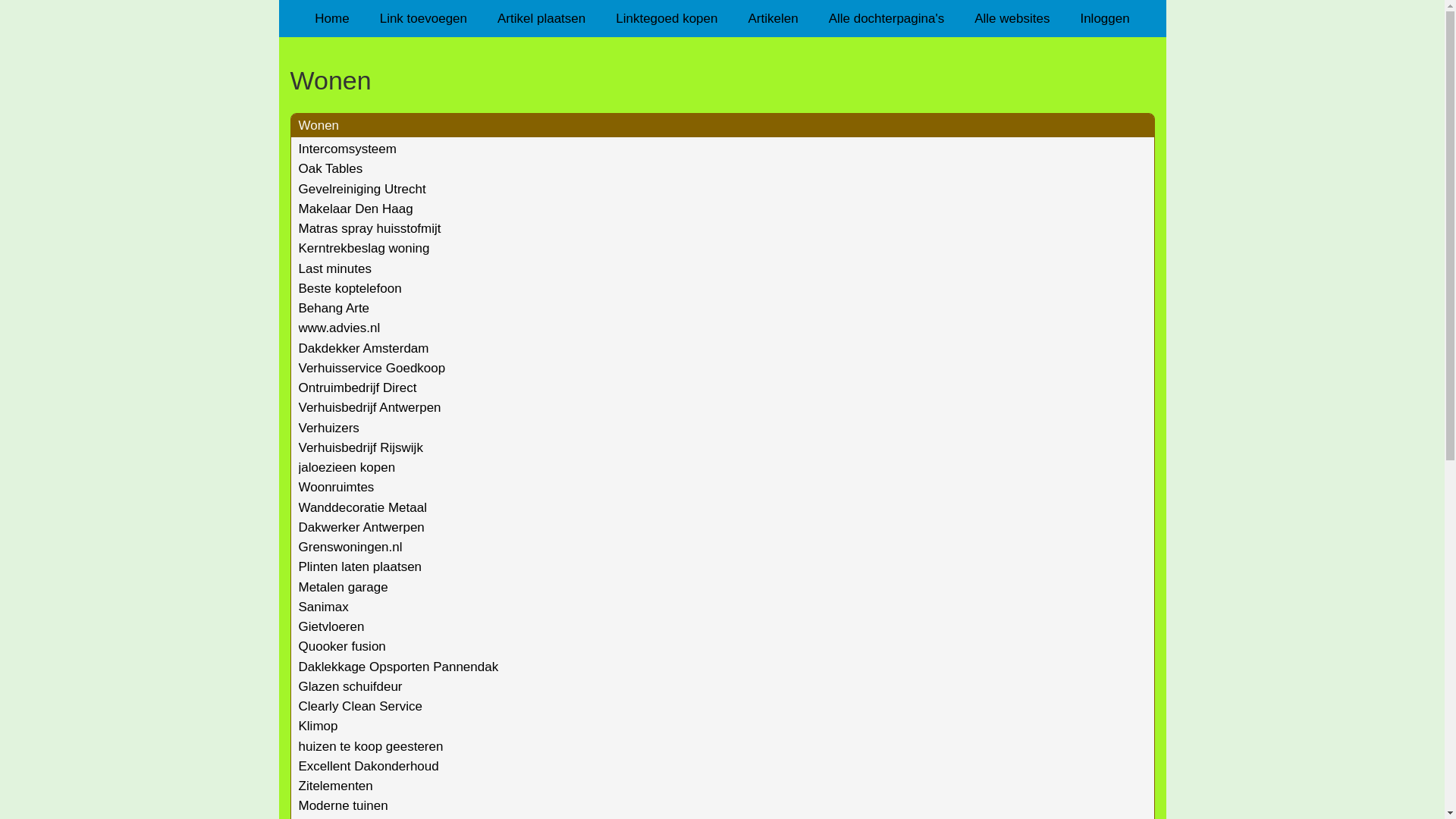 Image resolution: width=1456 pixels, height=819 pixels. What do you see at coordinates (541, 18) in the screenshot?
I see `'Artikel plaatsen'` at bounding box center [541, 18].